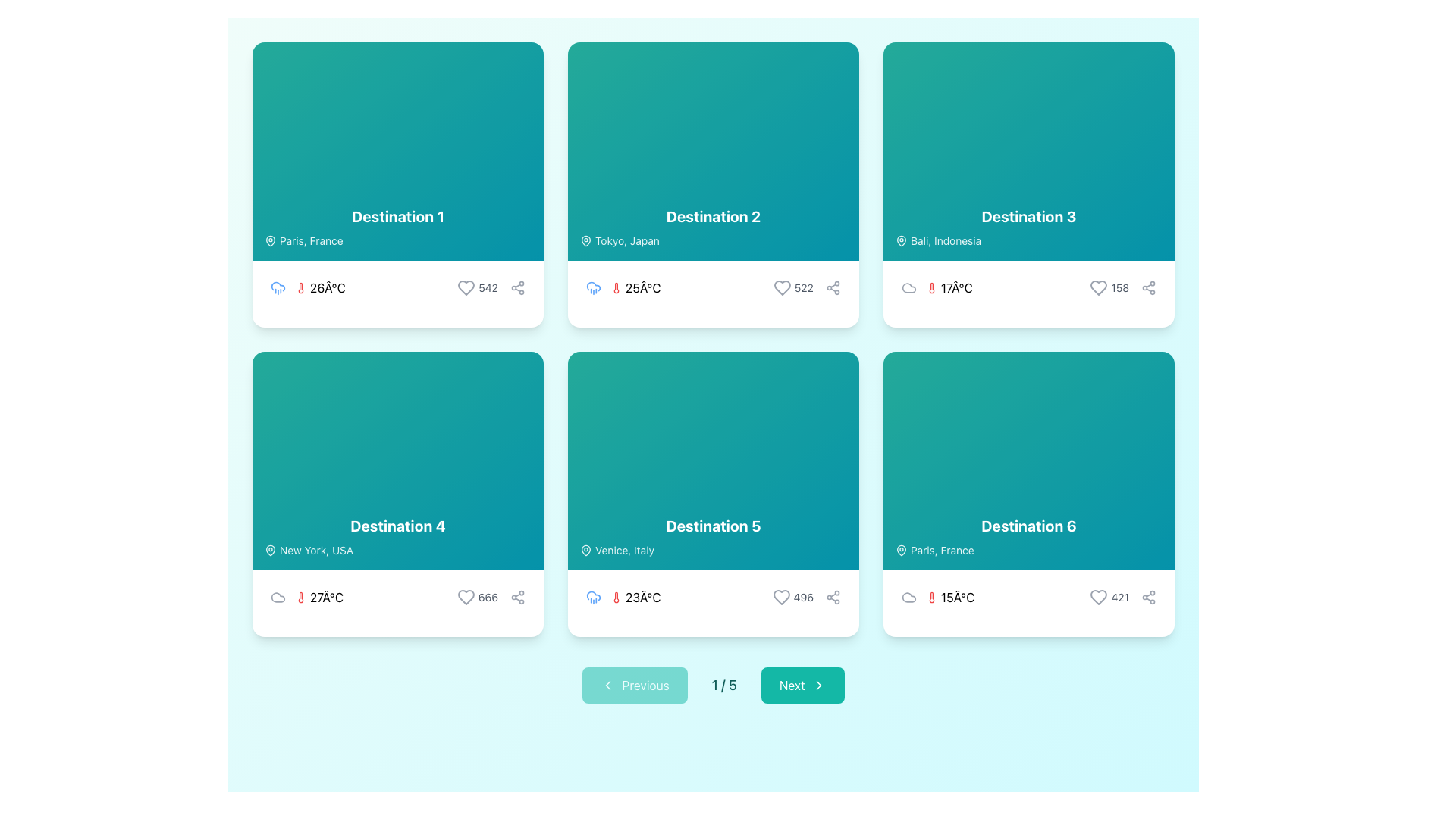 This screenshot has width=1456, height=819. What do you see at coordinates (712, 294) in the screenshot?
I see `displayed temperature and weather information from the Informational display component located in the second card labeled 'Destination 2', which shows '25°C' with associated weather icons` at bounding box center [712, 294].